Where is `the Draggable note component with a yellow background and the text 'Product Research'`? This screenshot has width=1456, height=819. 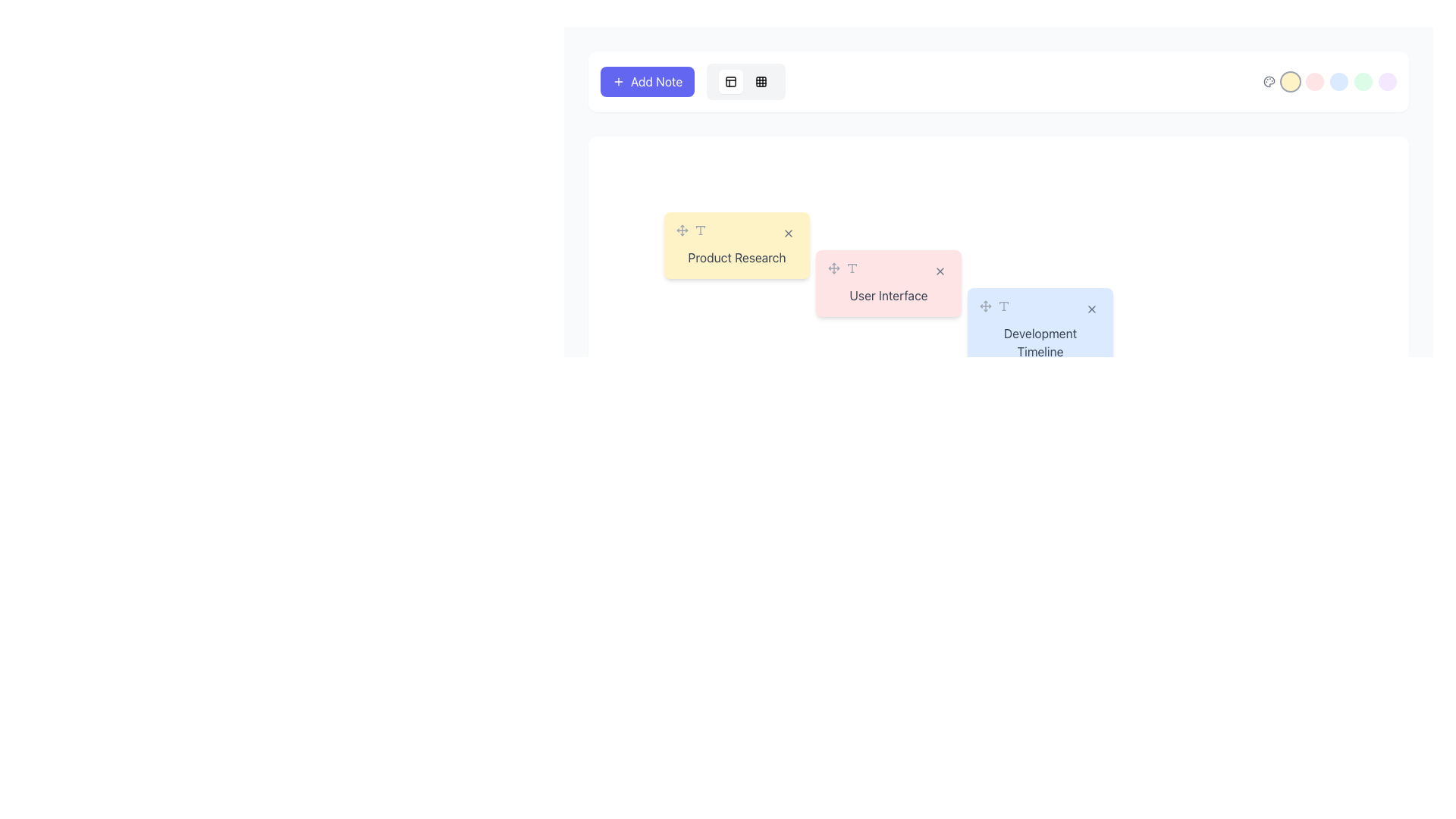 the Draggable note component with a yellow background and the text 'Product Research' is located at coordinates (736, 245).